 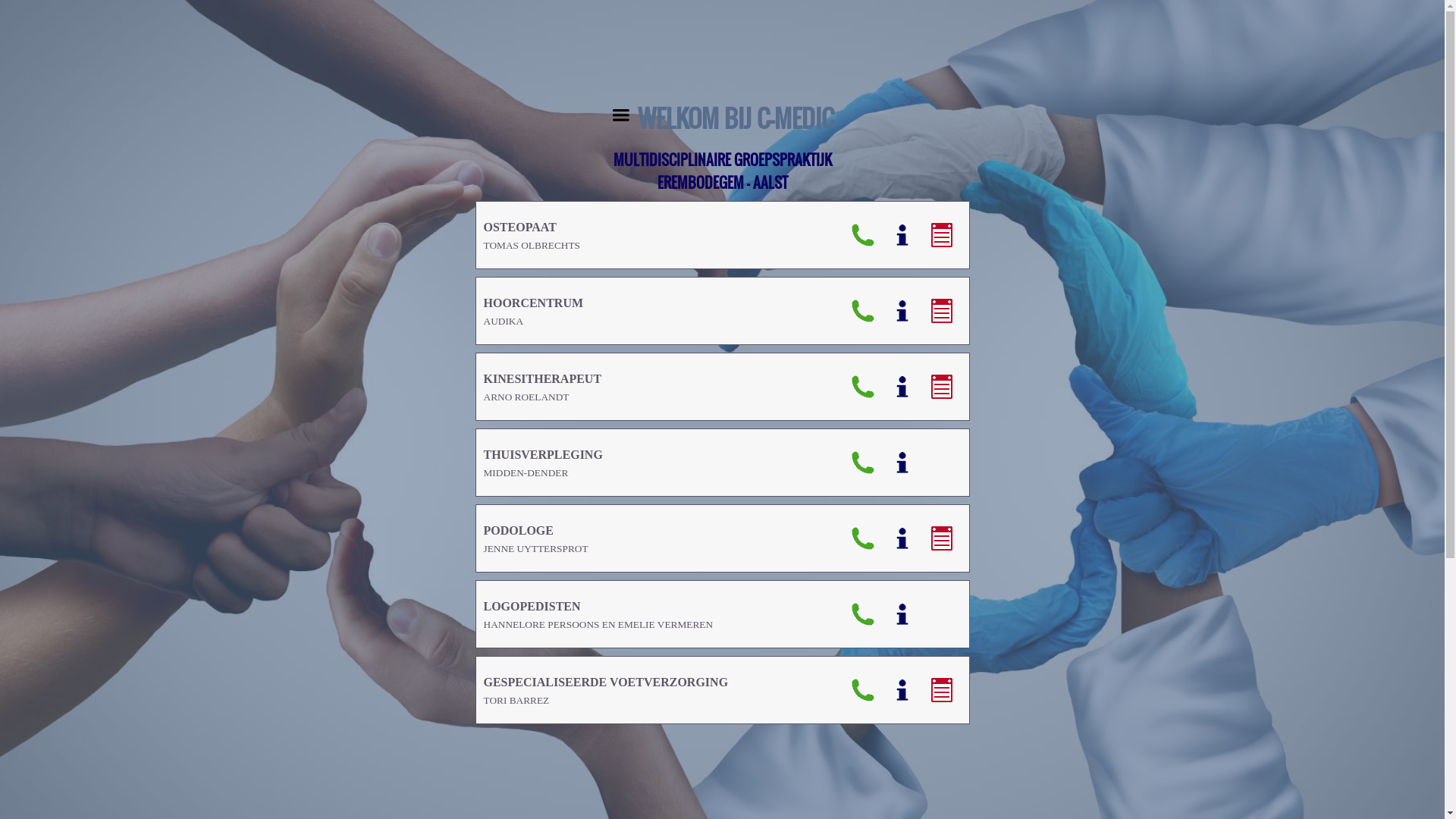 What do you see at coordinates (902, 234) in the screenshot?
I see `'Info'` at bounding box center [902, 234].